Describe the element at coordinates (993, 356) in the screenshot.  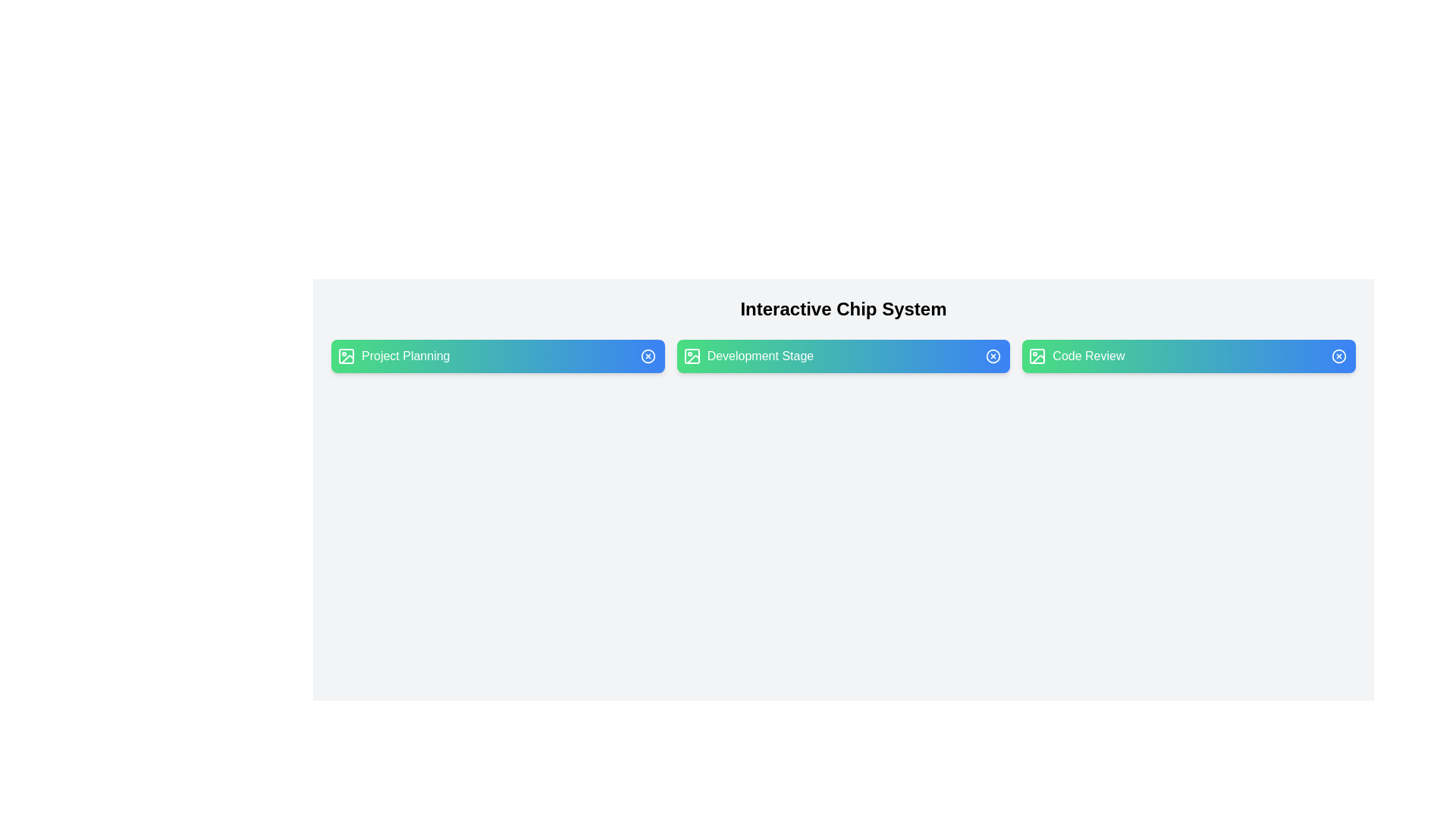
I see `remove button of the chip labeled 'Development Stage' to delete it` at that location.